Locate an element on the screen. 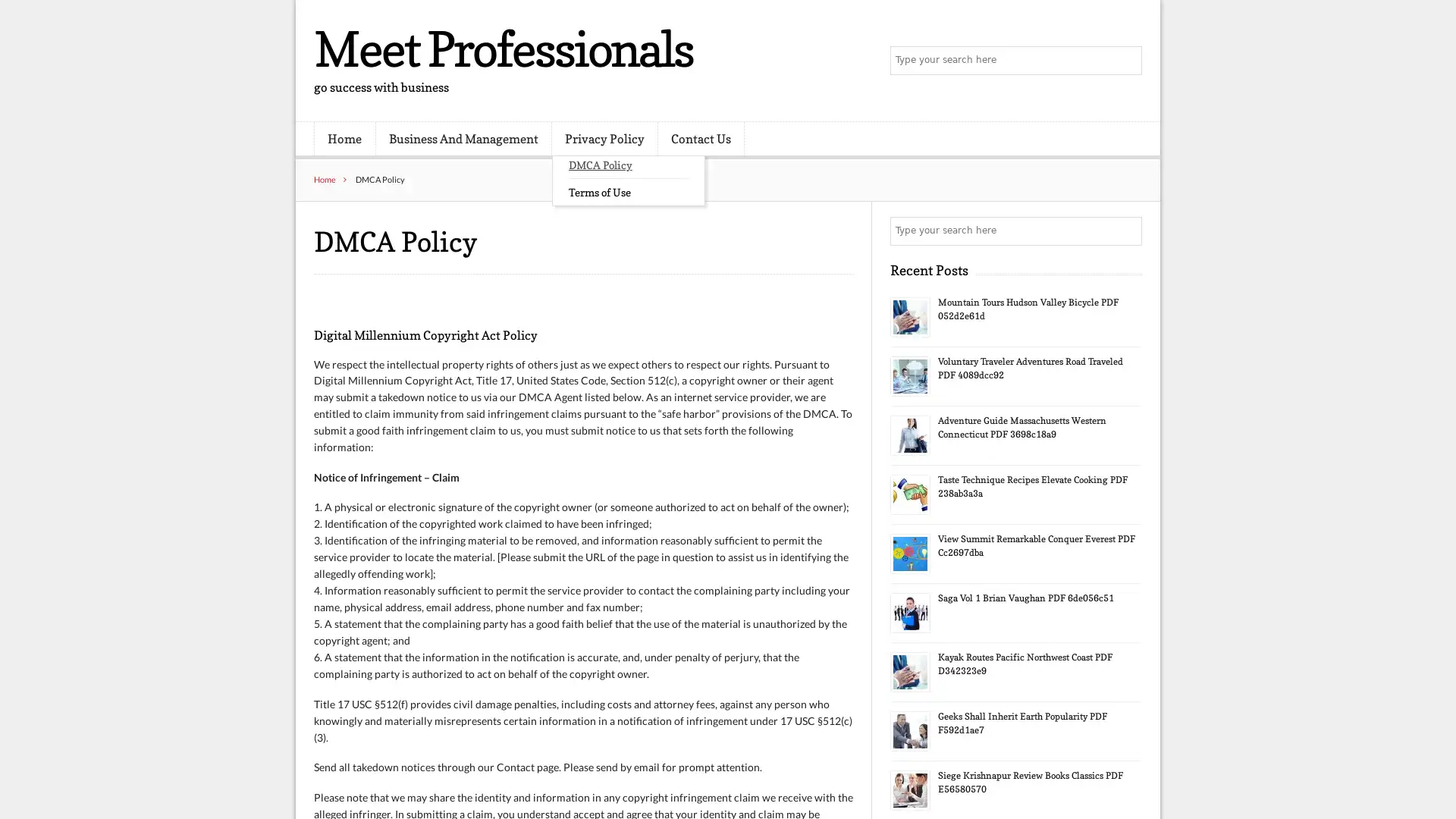 The width and height of the screenshot is (1456, 819). Search is located at coordinates (1126, 231).